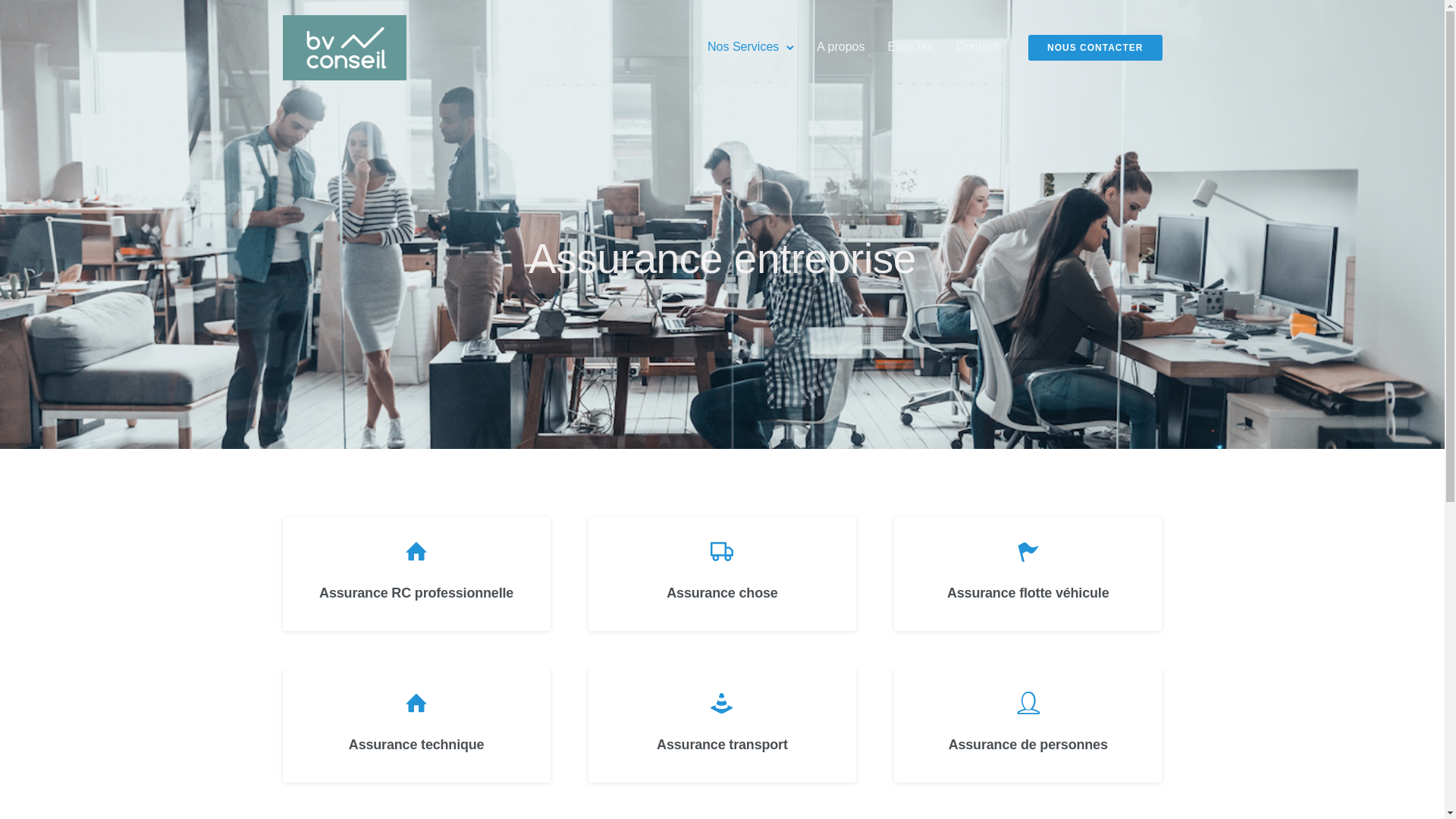 This screenshot has width=1456, height=819. What do you see at coordinates (1095, 46) in the screenshot?
I see `'NOUS CONTACTER'` at bounding box center [1095, 46].